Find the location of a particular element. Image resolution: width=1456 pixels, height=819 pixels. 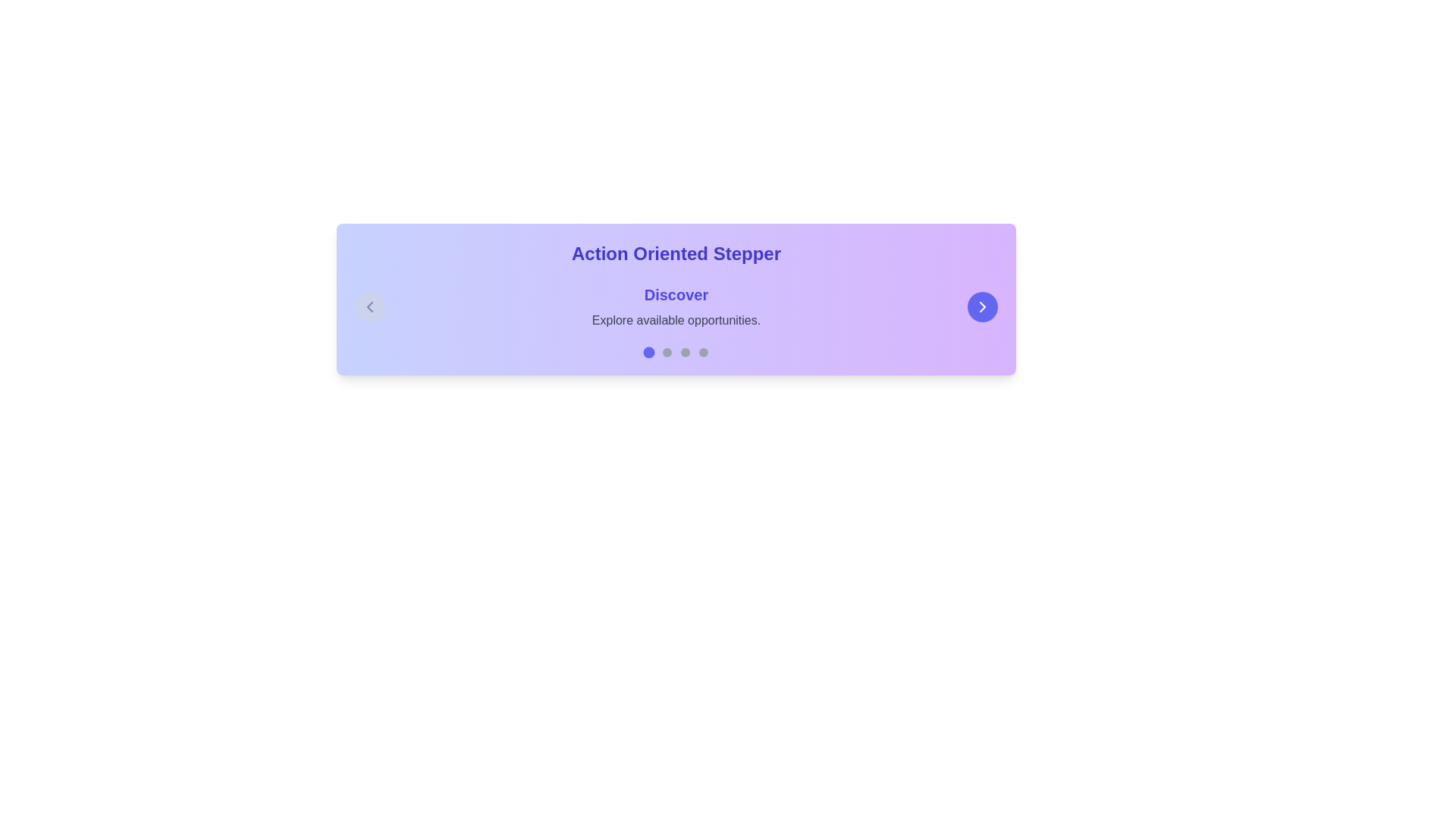

the Informational text block with title and description, which is located centrally below the 'Action Oriented Stepper' heading and above the circular progress indicators is located at coordinates (676, 307).